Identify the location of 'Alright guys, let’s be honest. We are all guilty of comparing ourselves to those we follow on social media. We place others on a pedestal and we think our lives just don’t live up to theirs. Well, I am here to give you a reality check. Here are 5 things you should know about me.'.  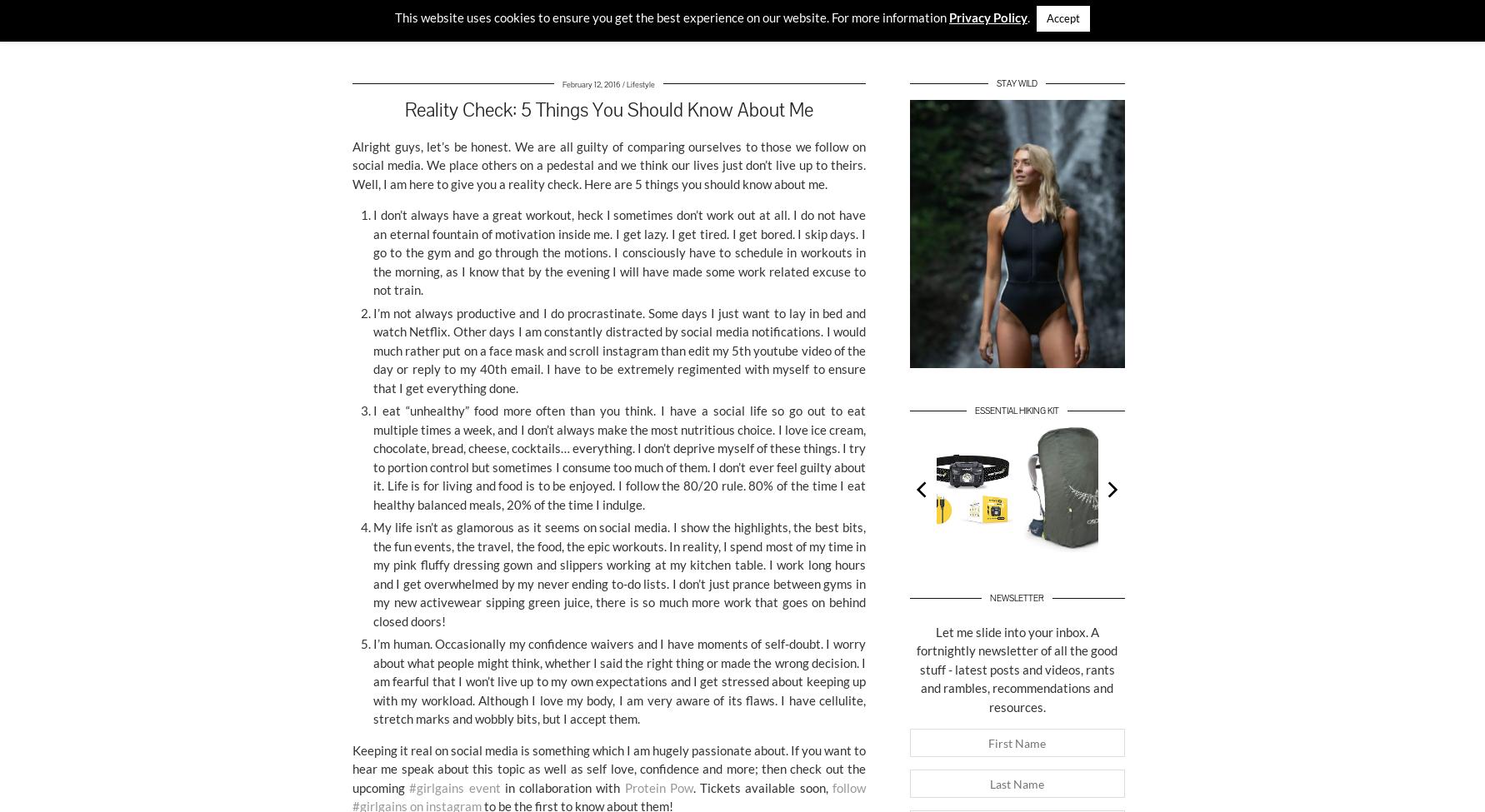
(352, 164).